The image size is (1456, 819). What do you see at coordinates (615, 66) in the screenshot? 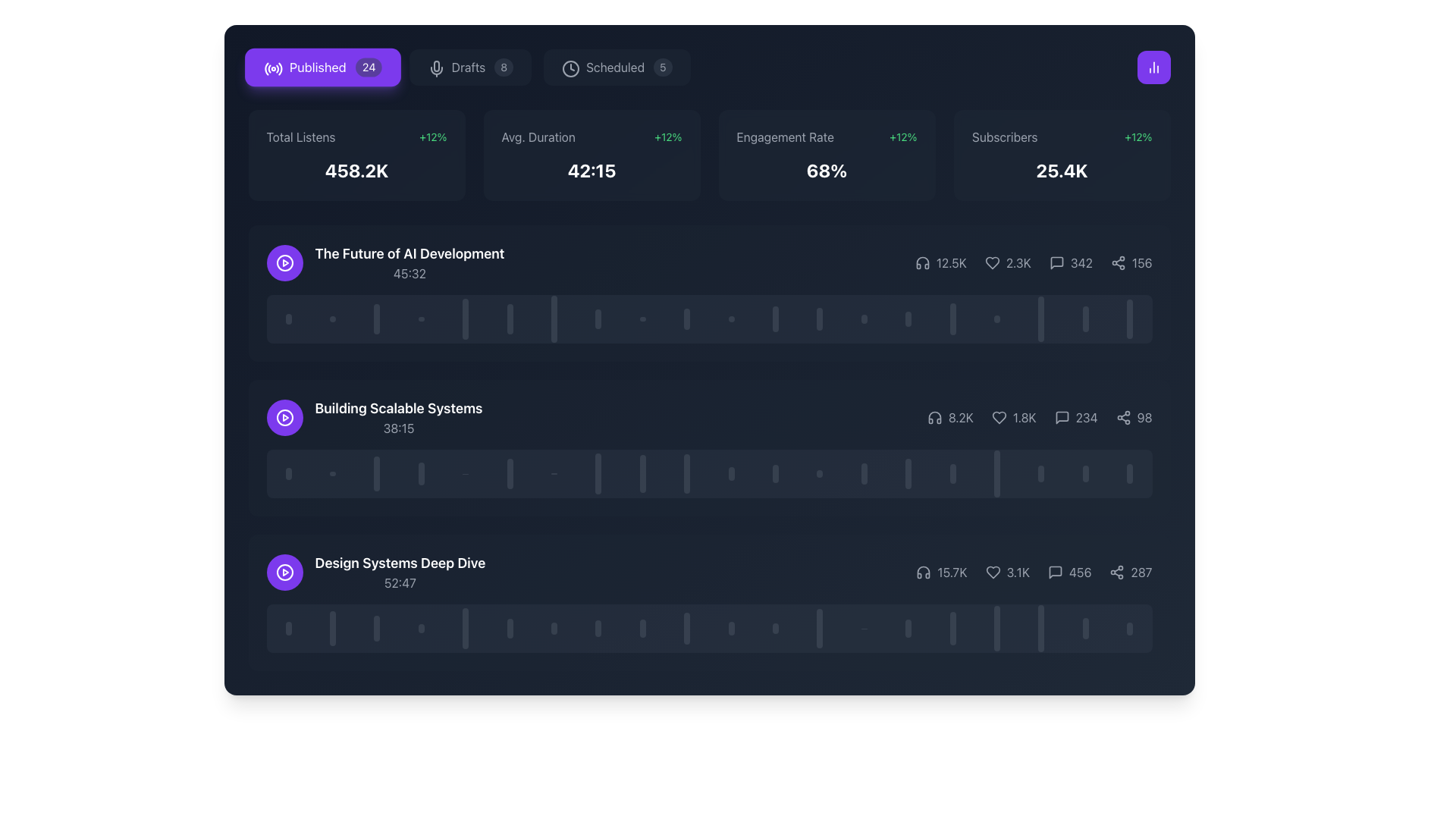
I see `the 'Scheduled' text label, which is part of a button-like structure in the horizontal navigation bar, located to the right of 'Published' and 'Drafts', and immediately before a circular badge with the number '5'` at bounding box center [615, 66].